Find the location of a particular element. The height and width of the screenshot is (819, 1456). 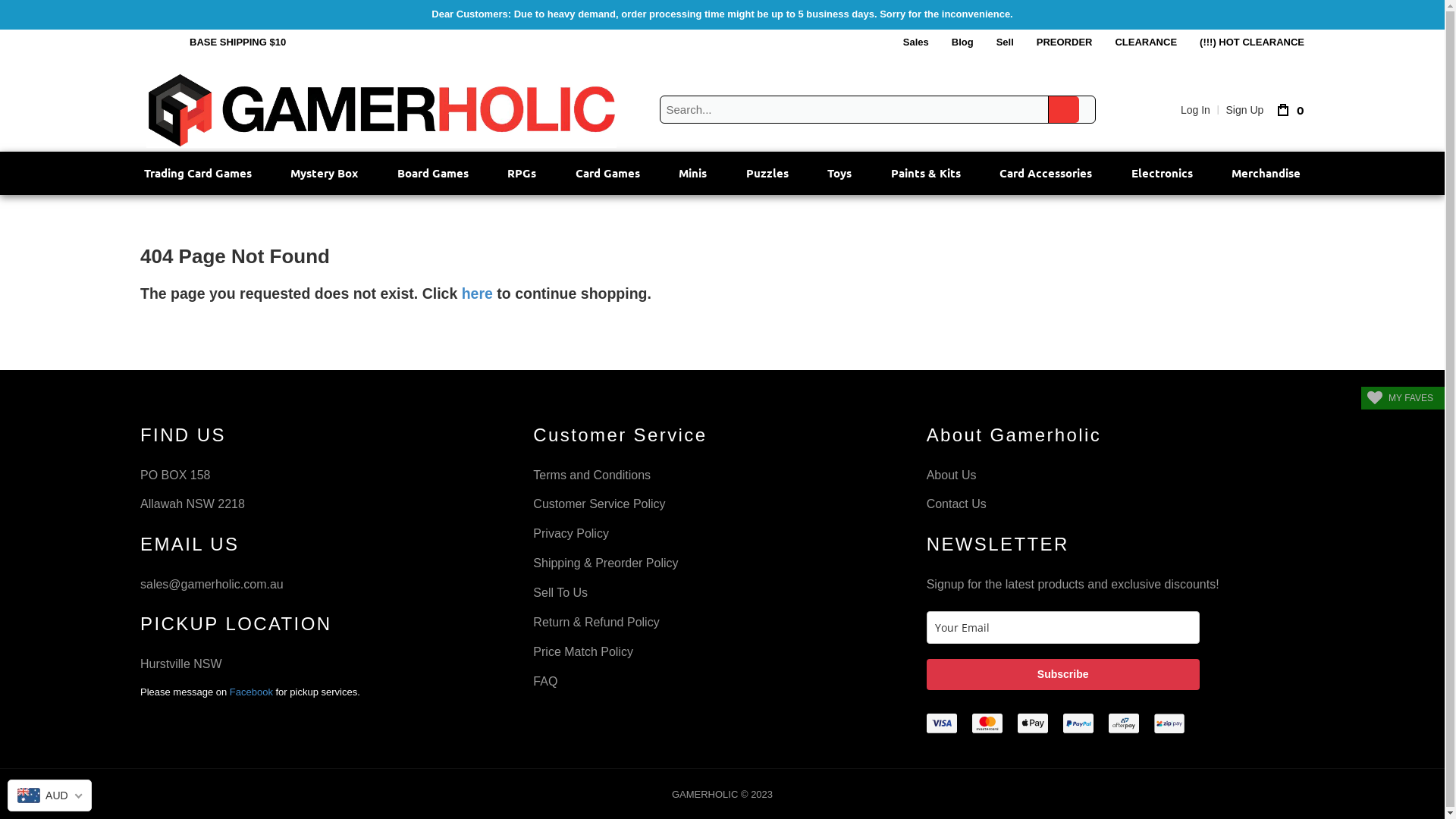

'Toys' is located at coordinates (839, 172).